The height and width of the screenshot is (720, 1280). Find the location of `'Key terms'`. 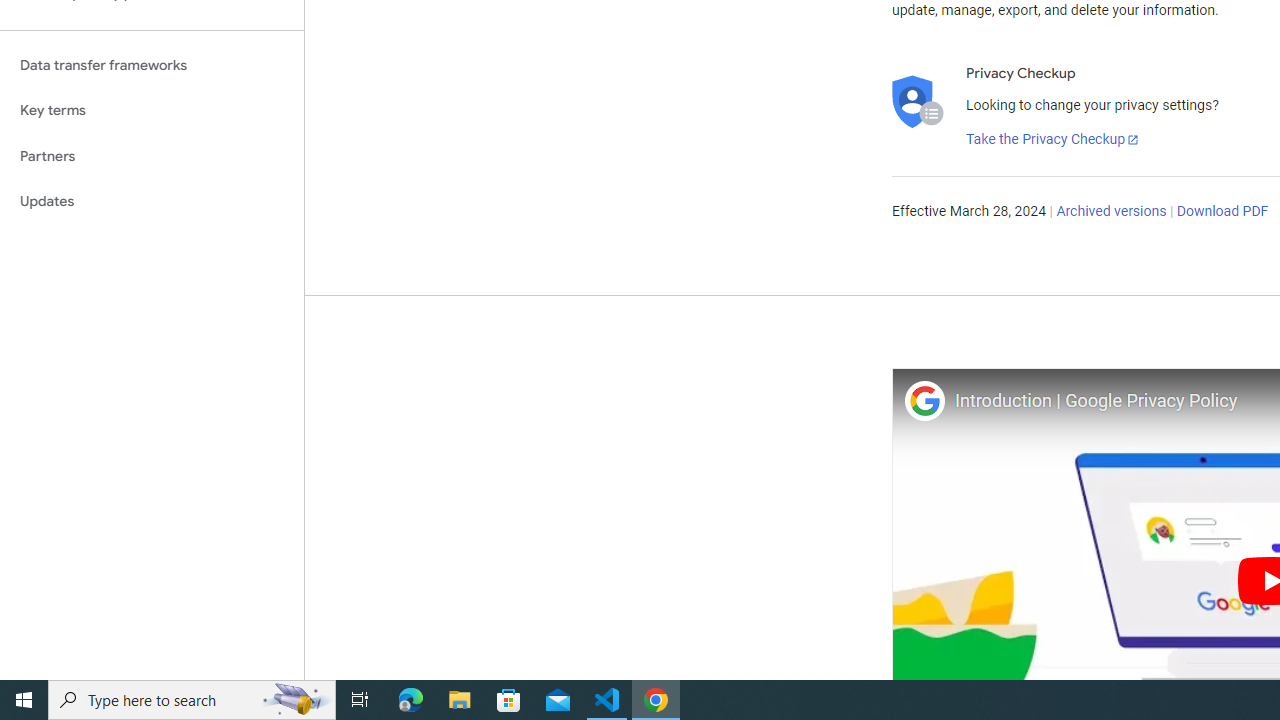

'Key terms' is located at coordinates (151, 110).